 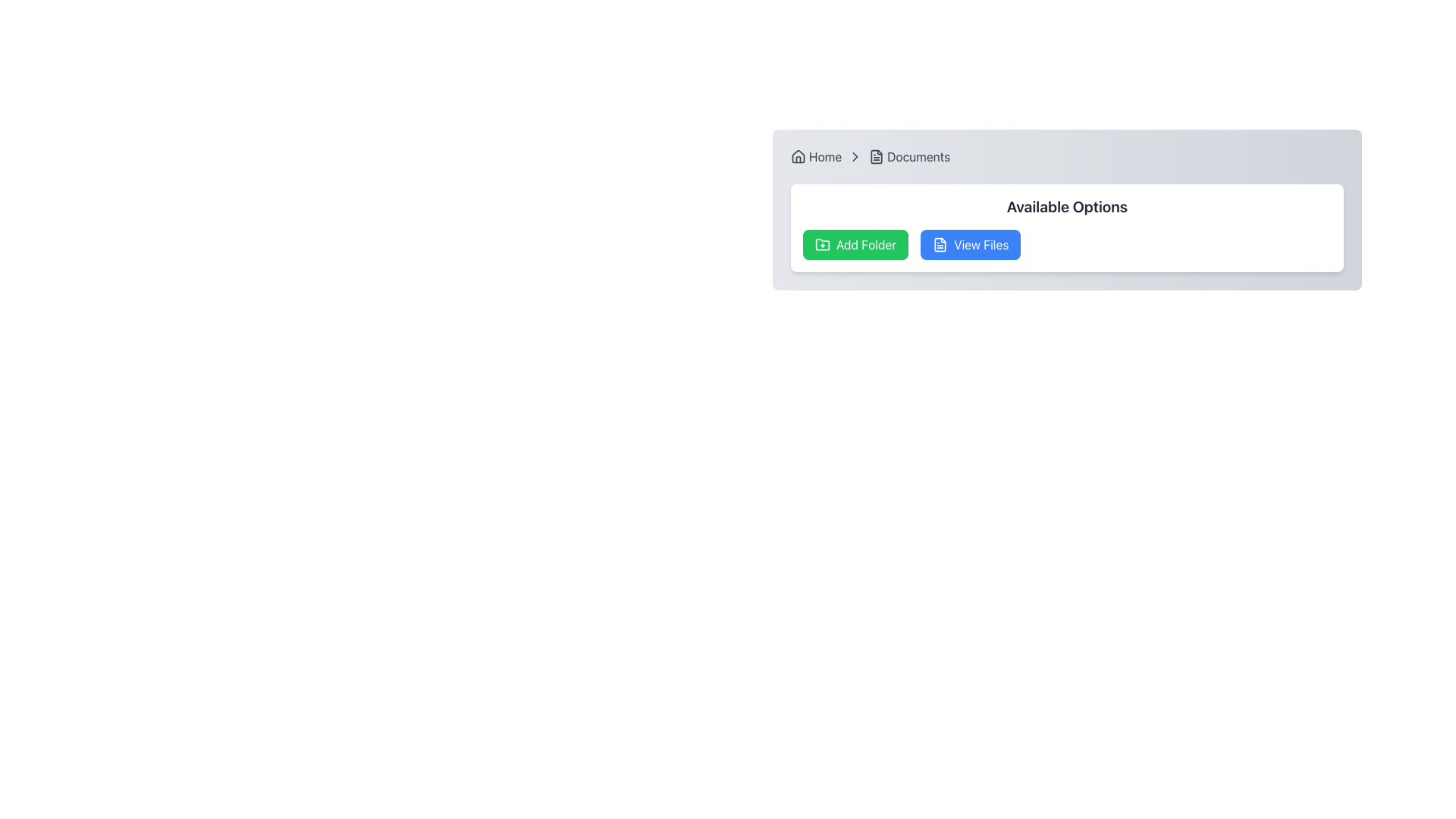 I want to click on the 'View Files' button, so click(x=940, y=244).